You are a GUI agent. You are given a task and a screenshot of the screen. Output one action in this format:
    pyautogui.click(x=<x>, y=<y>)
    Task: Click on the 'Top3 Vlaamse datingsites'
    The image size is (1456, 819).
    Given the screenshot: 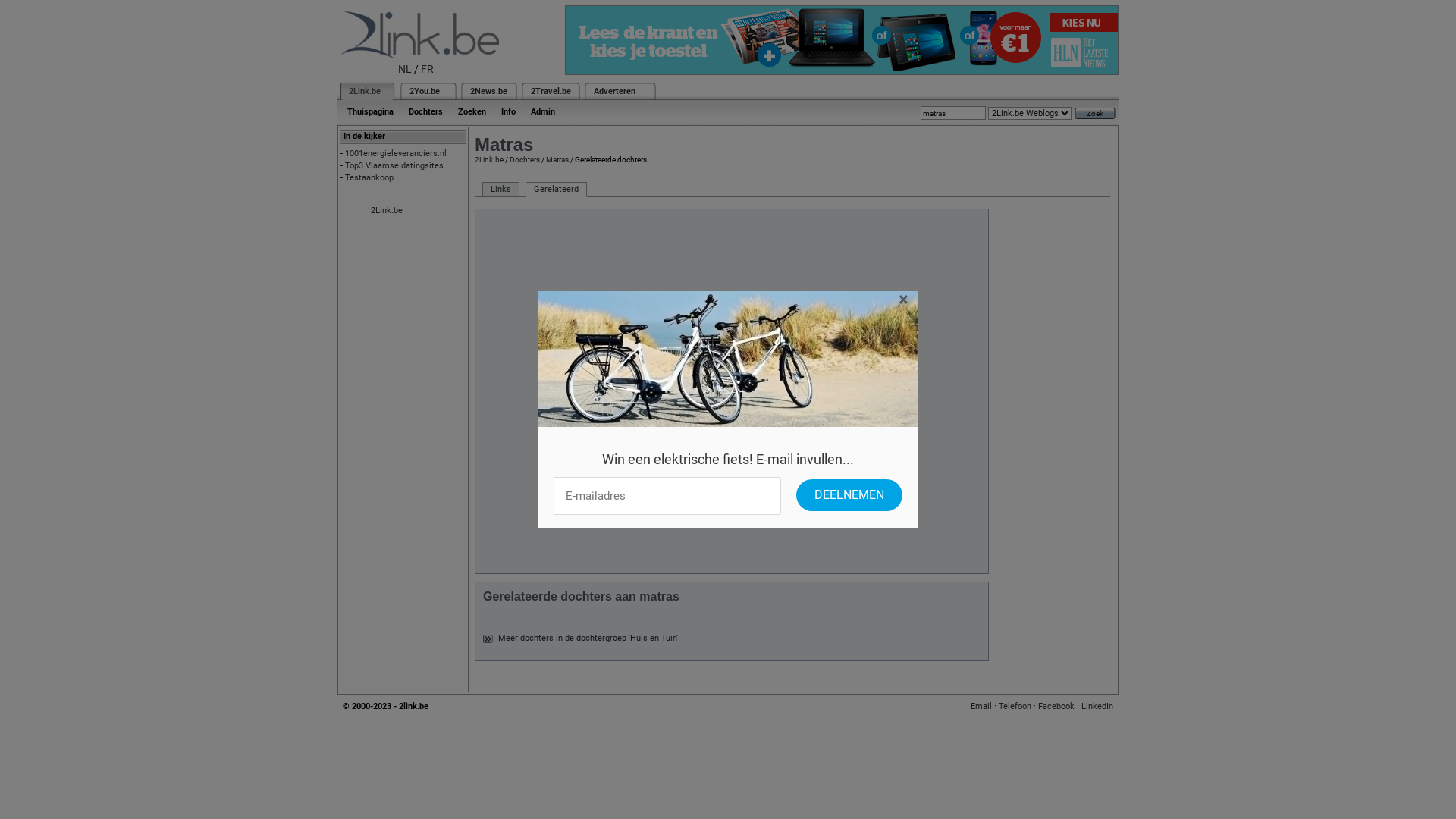 What is the action you would take?
    pyautogui.click(x=394, y=165)
    